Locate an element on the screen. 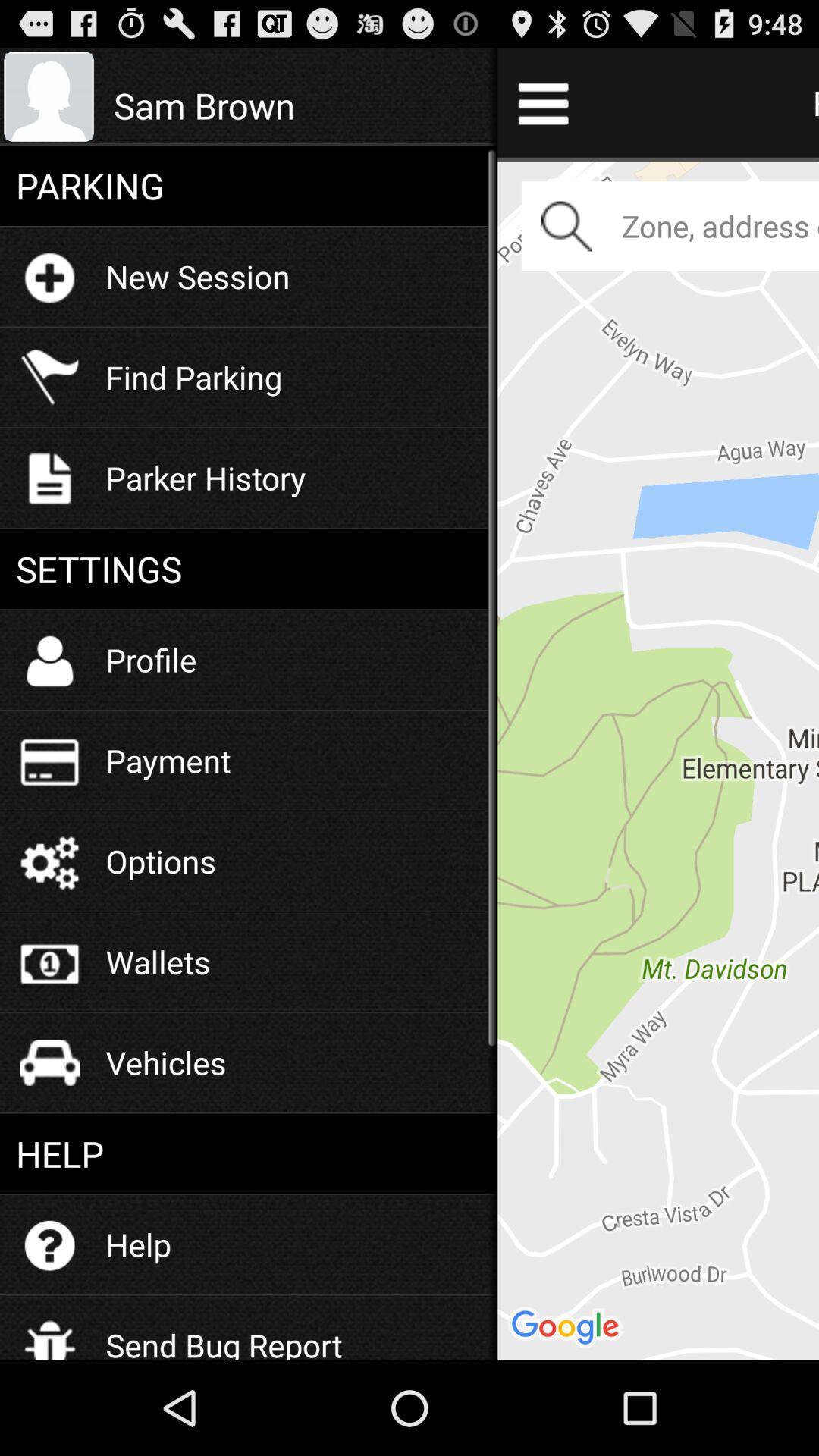 This screenshot has width=819, height=1456. the icon next to the find parking is located at coordinates (297, 105).